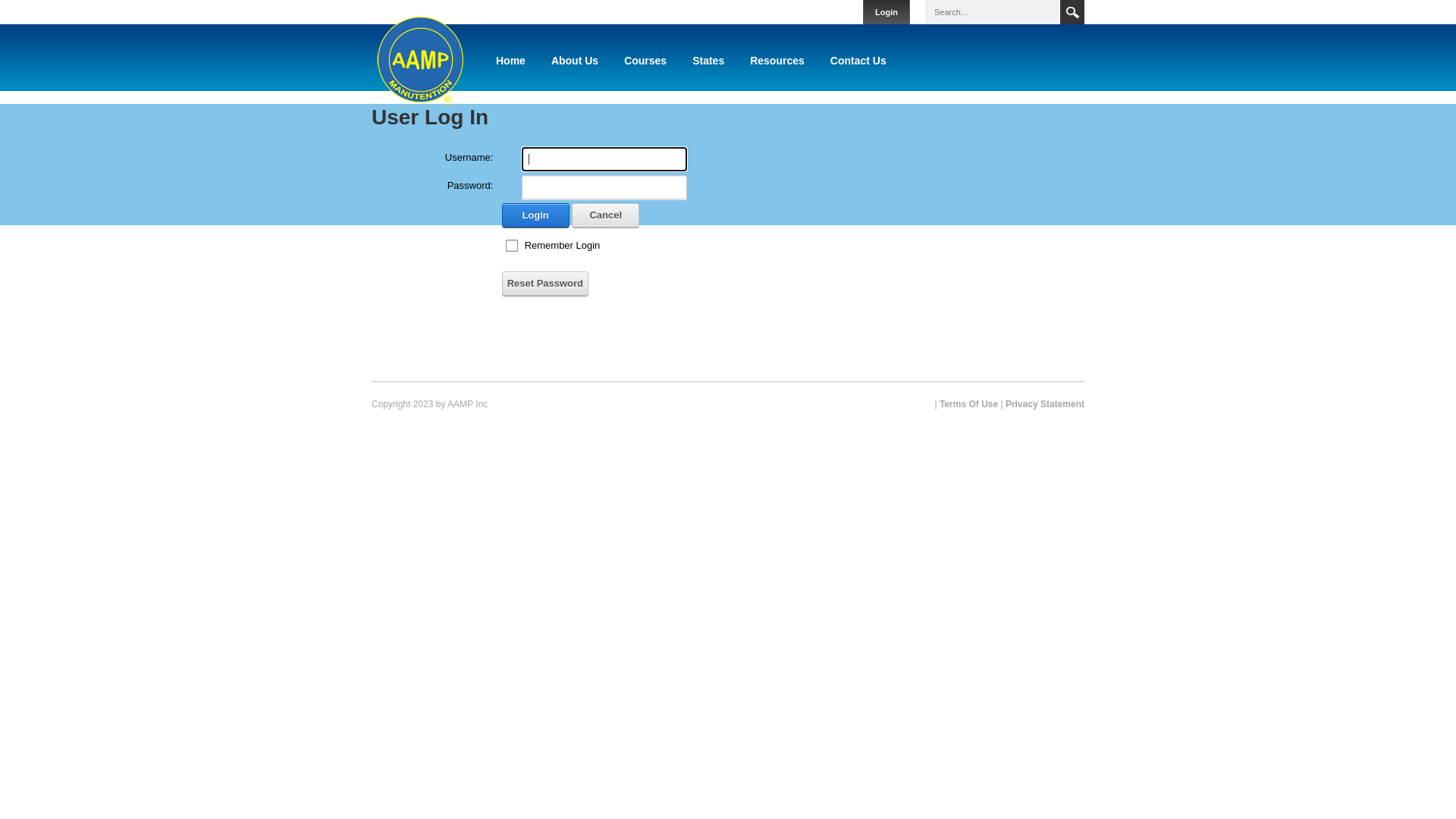 This screenshot has height=819, width=1456. I want to click on 'Cancel', so click(604, 215).